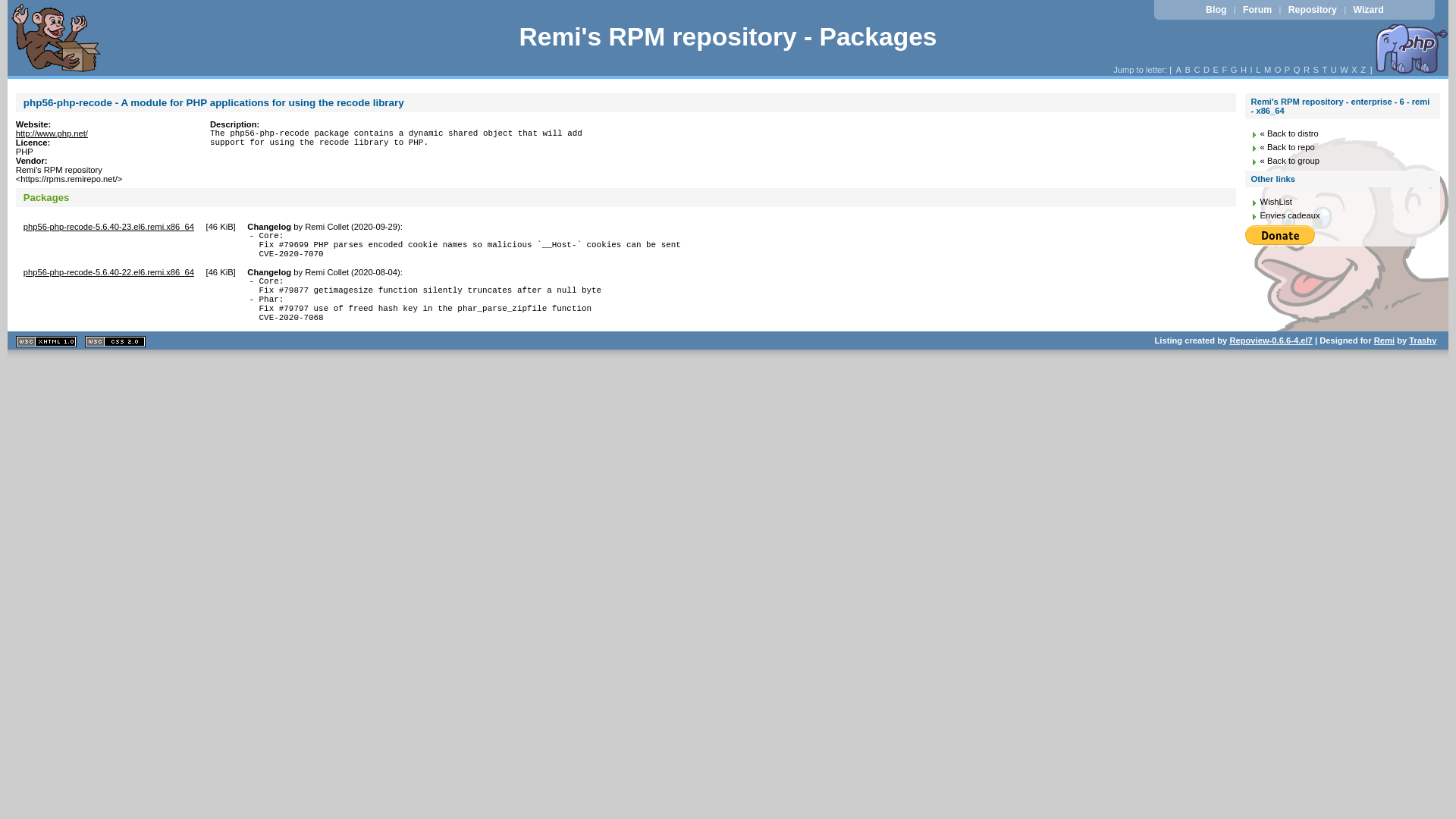  I want to click on 'X', so click(1354, 70).